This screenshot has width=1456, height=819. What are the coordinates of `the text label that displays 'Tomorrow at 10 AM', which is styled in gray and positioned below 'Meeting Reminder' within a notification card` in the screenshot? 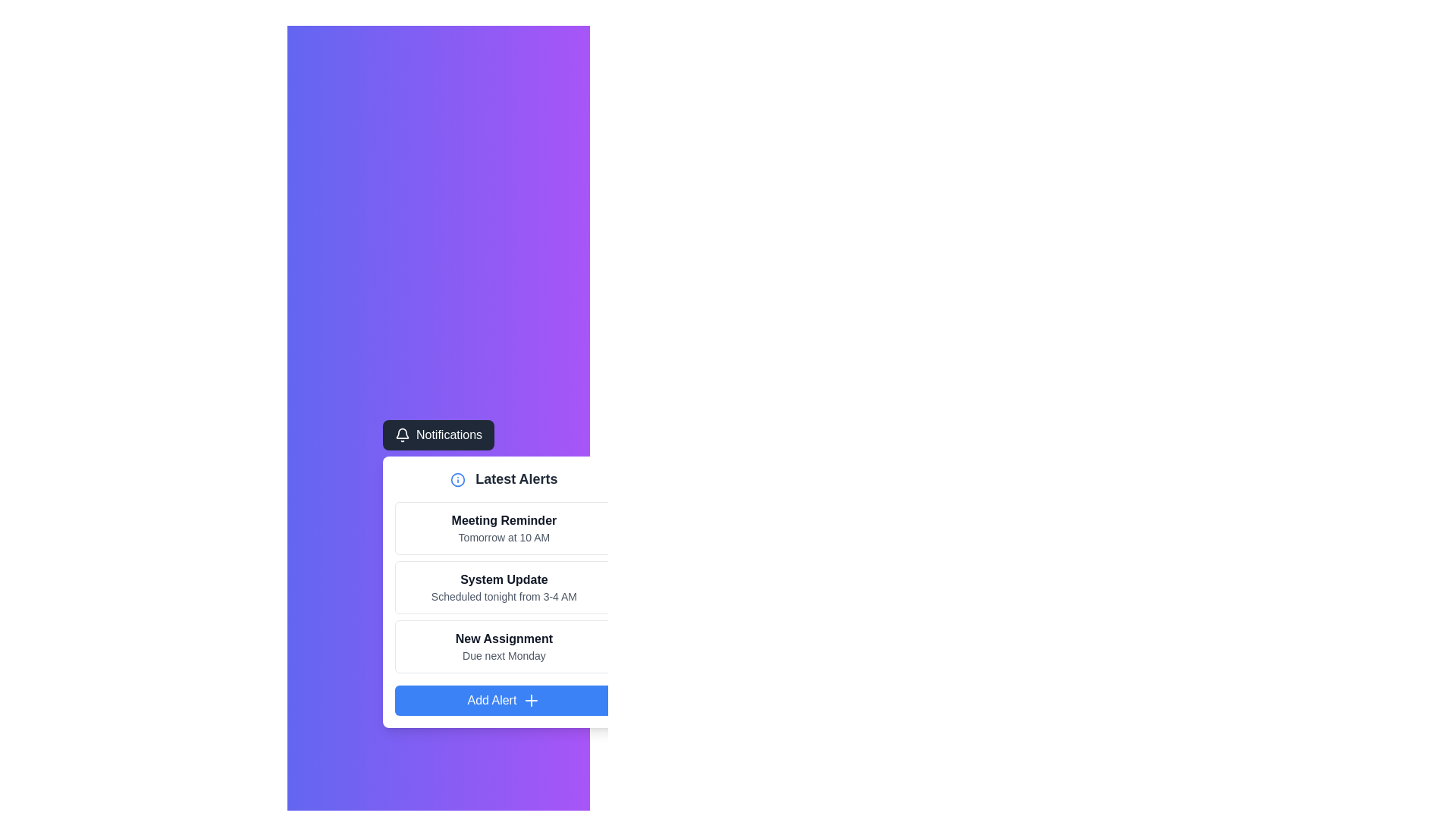 It's located at (504, 537).